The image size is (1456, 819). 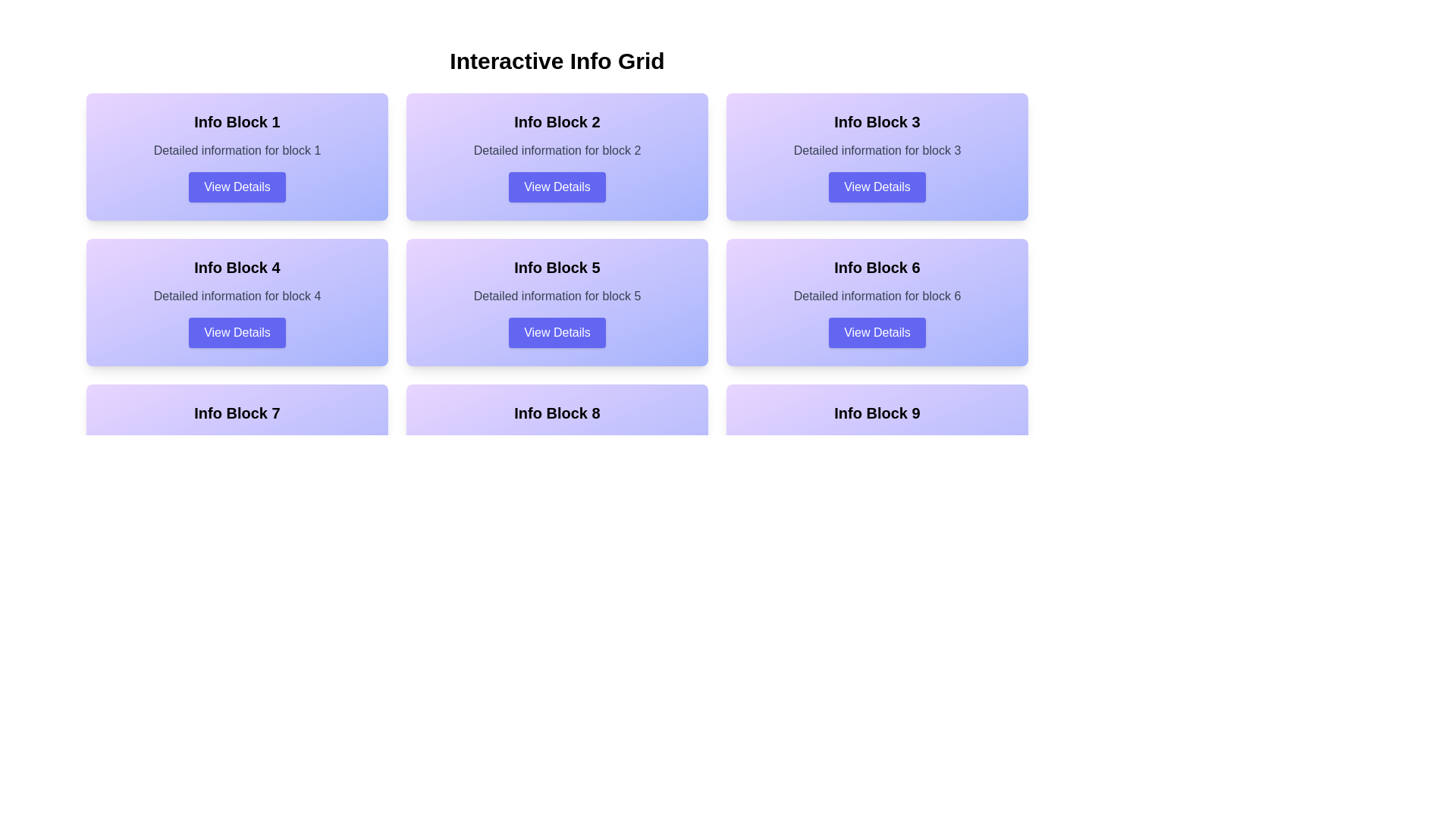 I want to click on the fifth card in the 3x3 grid layout that contains a heading, subheading, and a 'View Details' button, located at the center of the middle row, so click(x=556, y=302).